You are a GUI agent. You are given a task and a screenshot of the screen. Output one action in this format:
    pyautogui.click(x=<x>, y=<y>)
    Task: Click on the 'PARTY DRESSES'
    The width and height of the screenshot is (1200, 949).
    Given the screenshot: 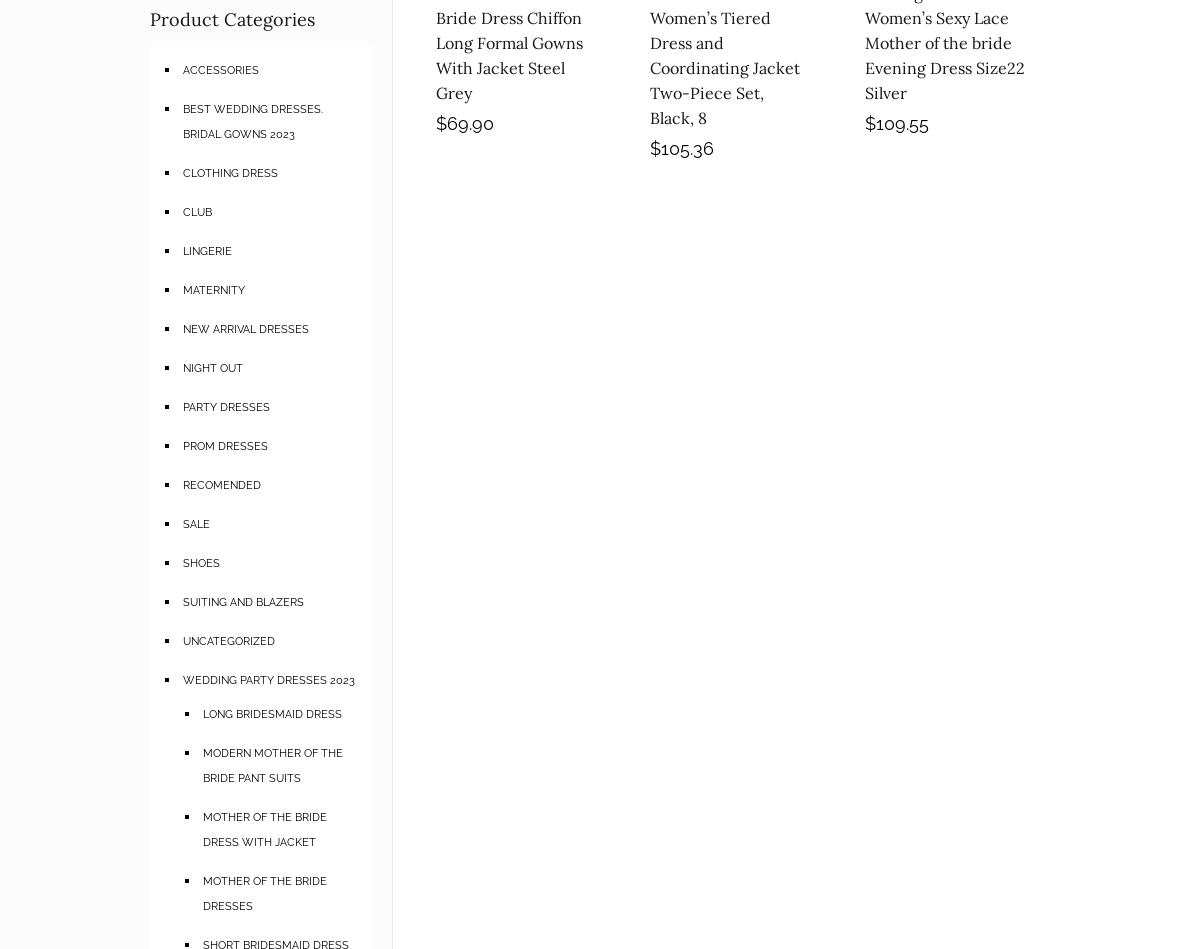 What is the action you would take?
    pyautogui.click(x=225, y=405)
    